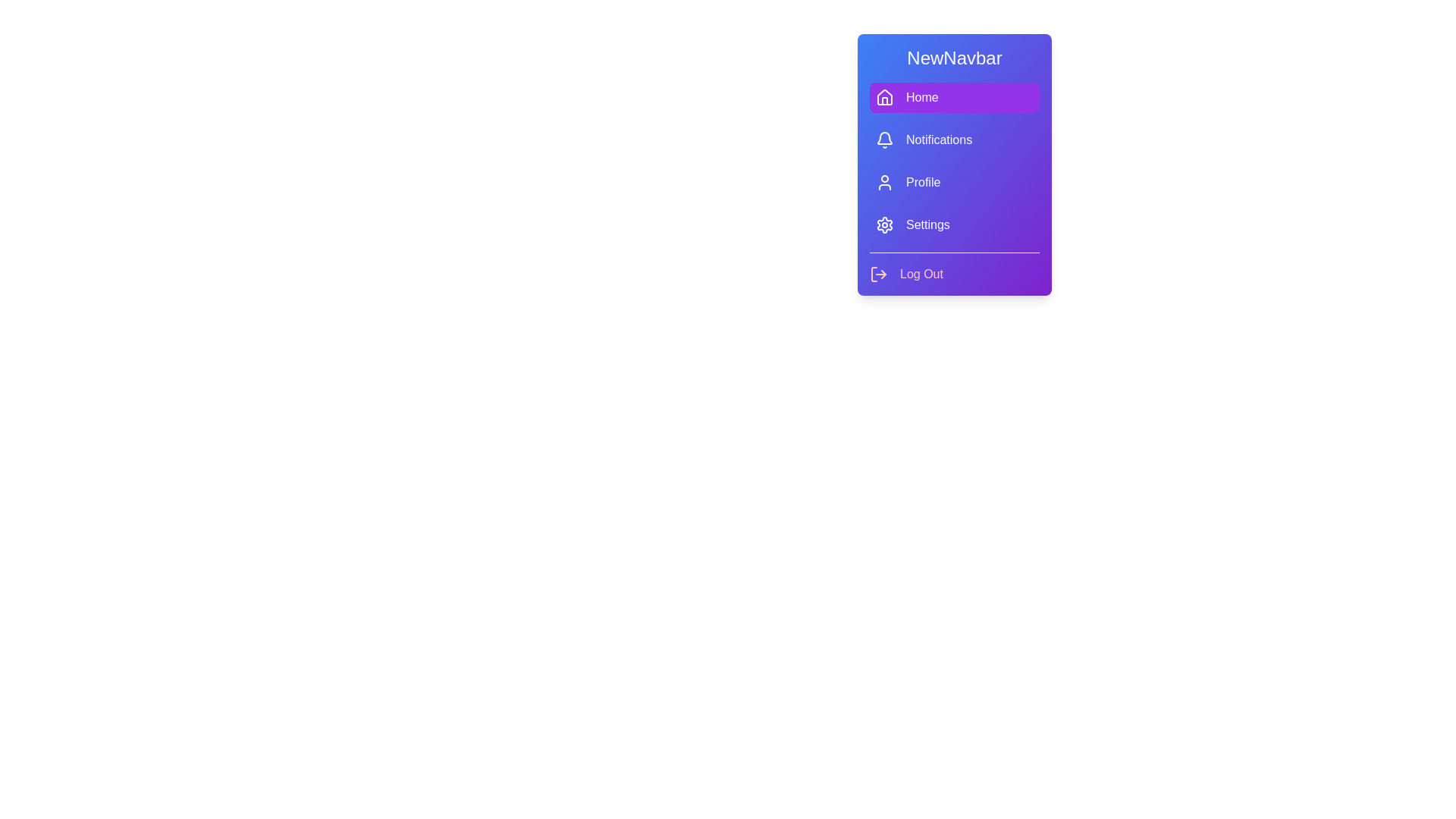 This screenshot has height=819, width=1456. Describe the element at coordinates (953, 58) in the screenshot. I see `the text label displaying 'NewNavbar' at the top of the navigation menu, which has a gradient background from blue to purple and white text` at that location.